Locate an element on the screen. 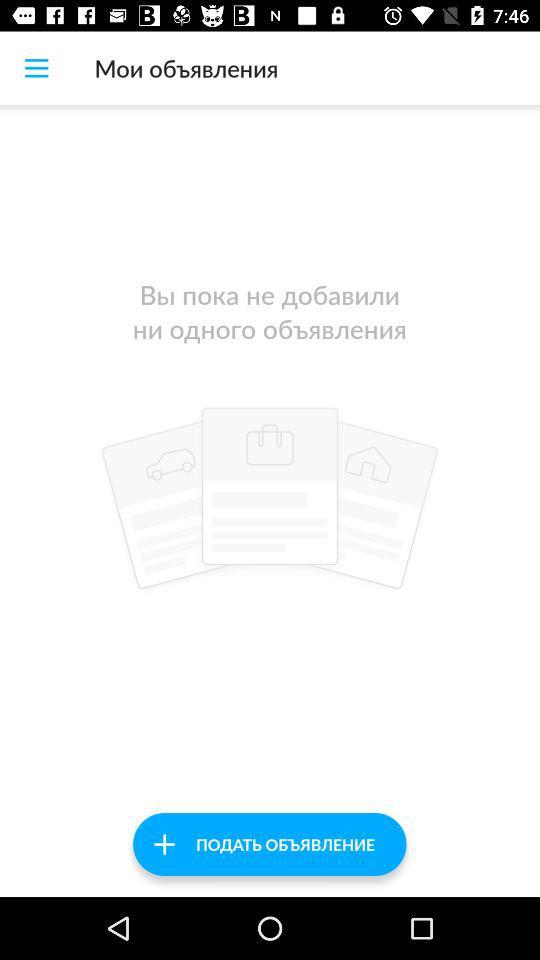 The image size is (540, 960). item at the top left corner is located at coordinates (36, 68).